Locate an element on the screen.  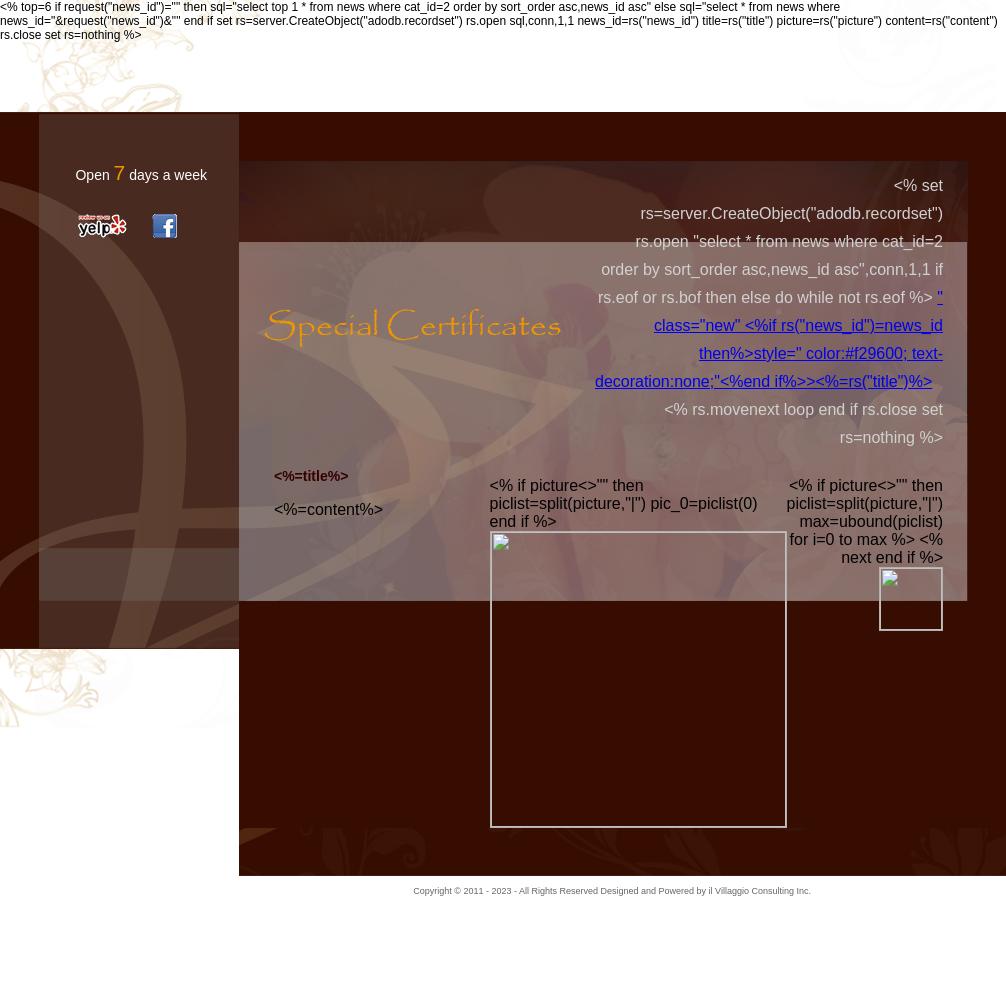
'<%=title%>' is located at coordinates (309, 475).